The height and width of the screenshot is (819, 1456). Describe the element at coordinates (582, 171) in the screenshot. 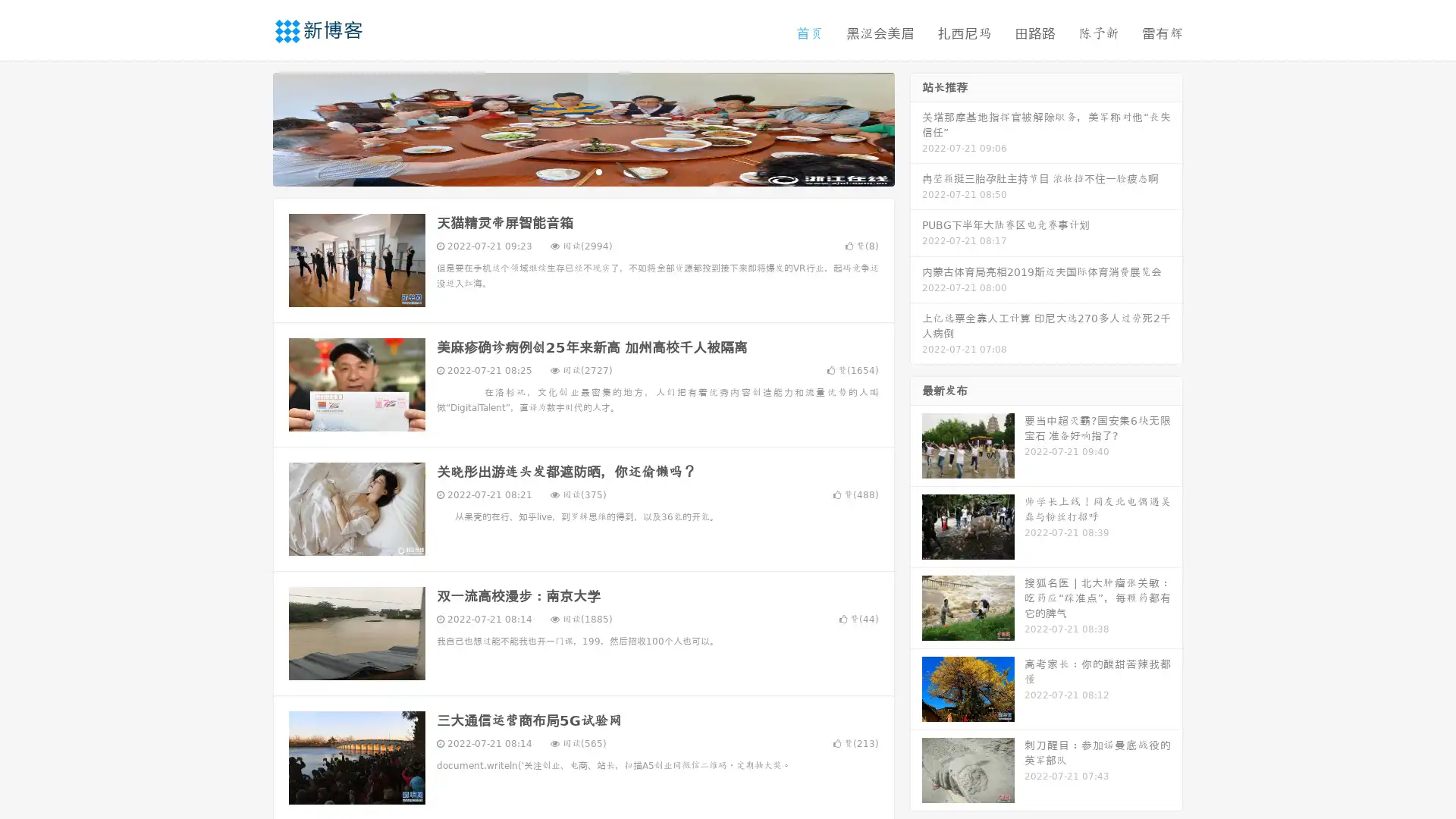

I see `Go to slide 2` at that location.